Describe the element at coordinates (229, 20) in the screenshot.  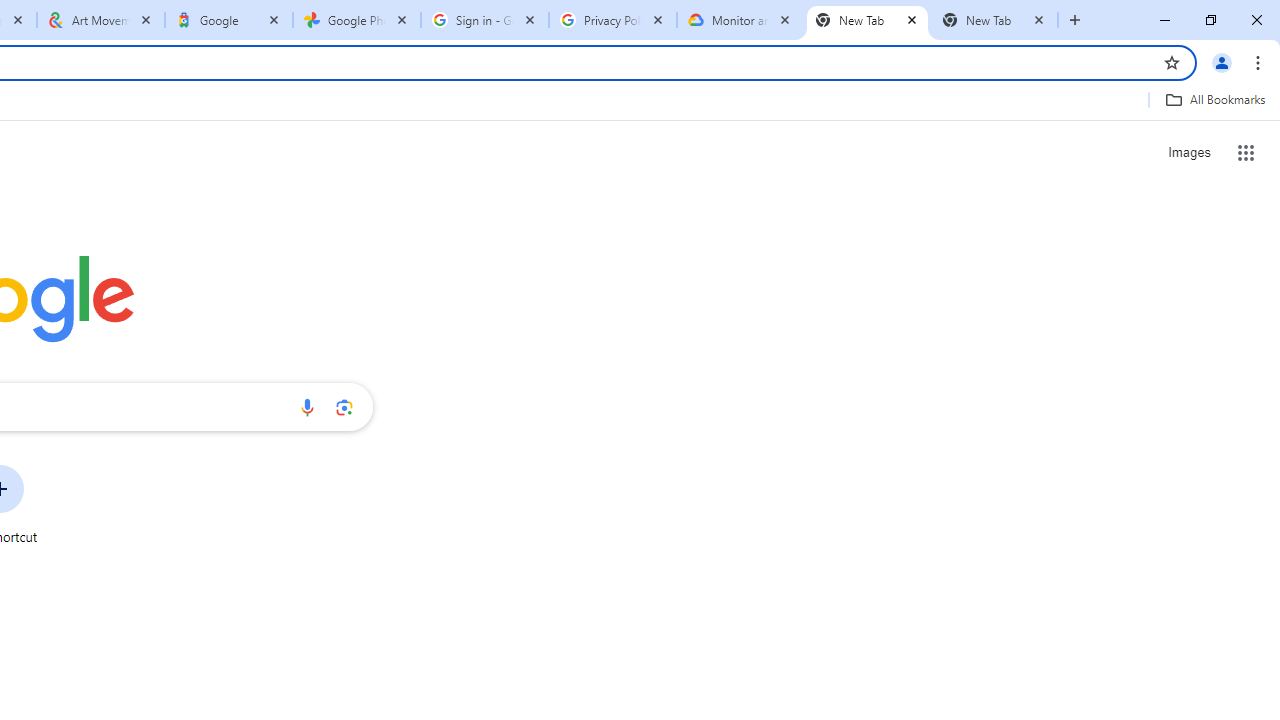
I see `'Google'` at that location.